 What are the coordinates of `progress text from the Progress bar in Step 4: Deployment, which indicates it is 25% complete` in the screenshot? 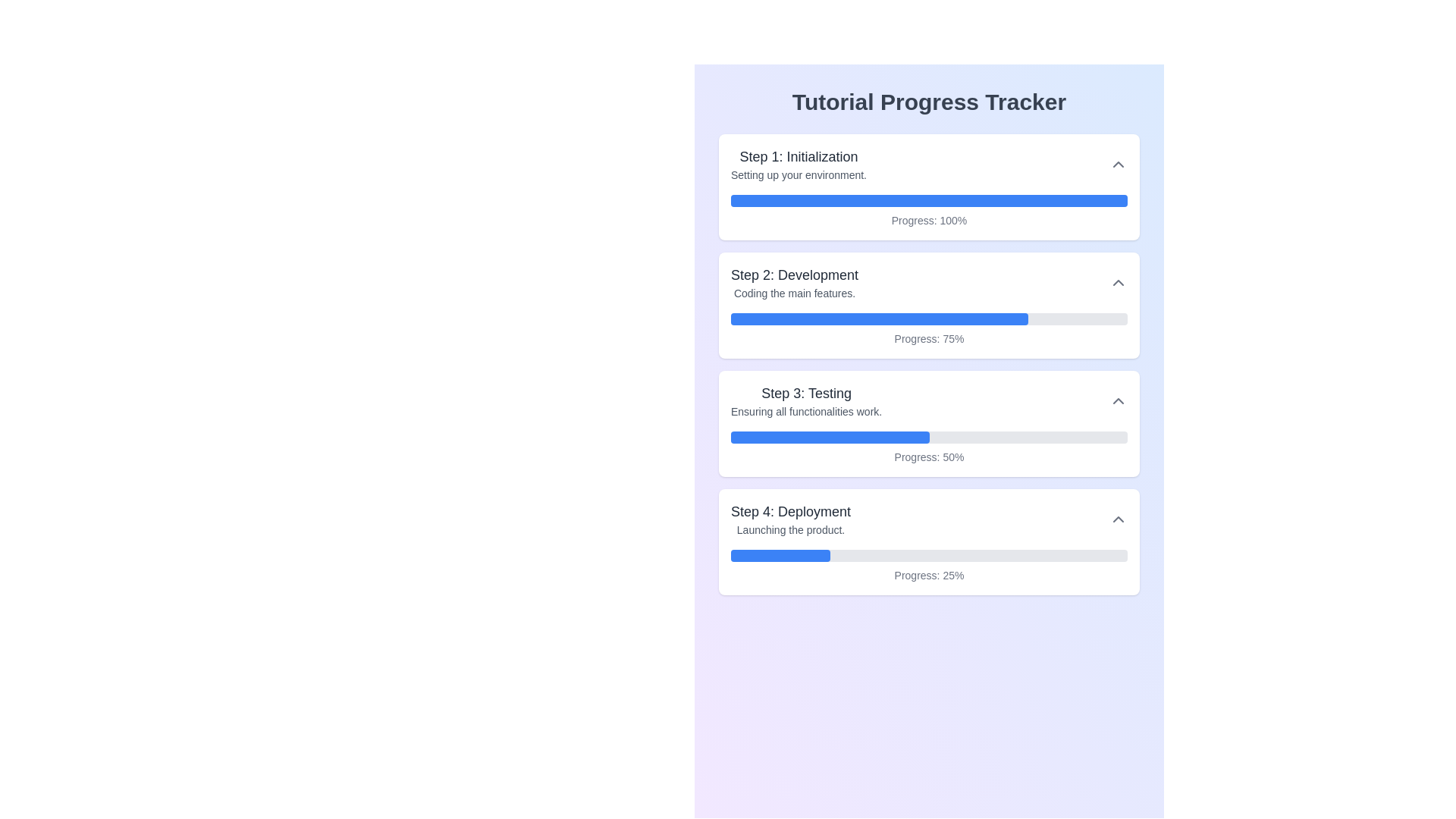 It's located at (928, 566).